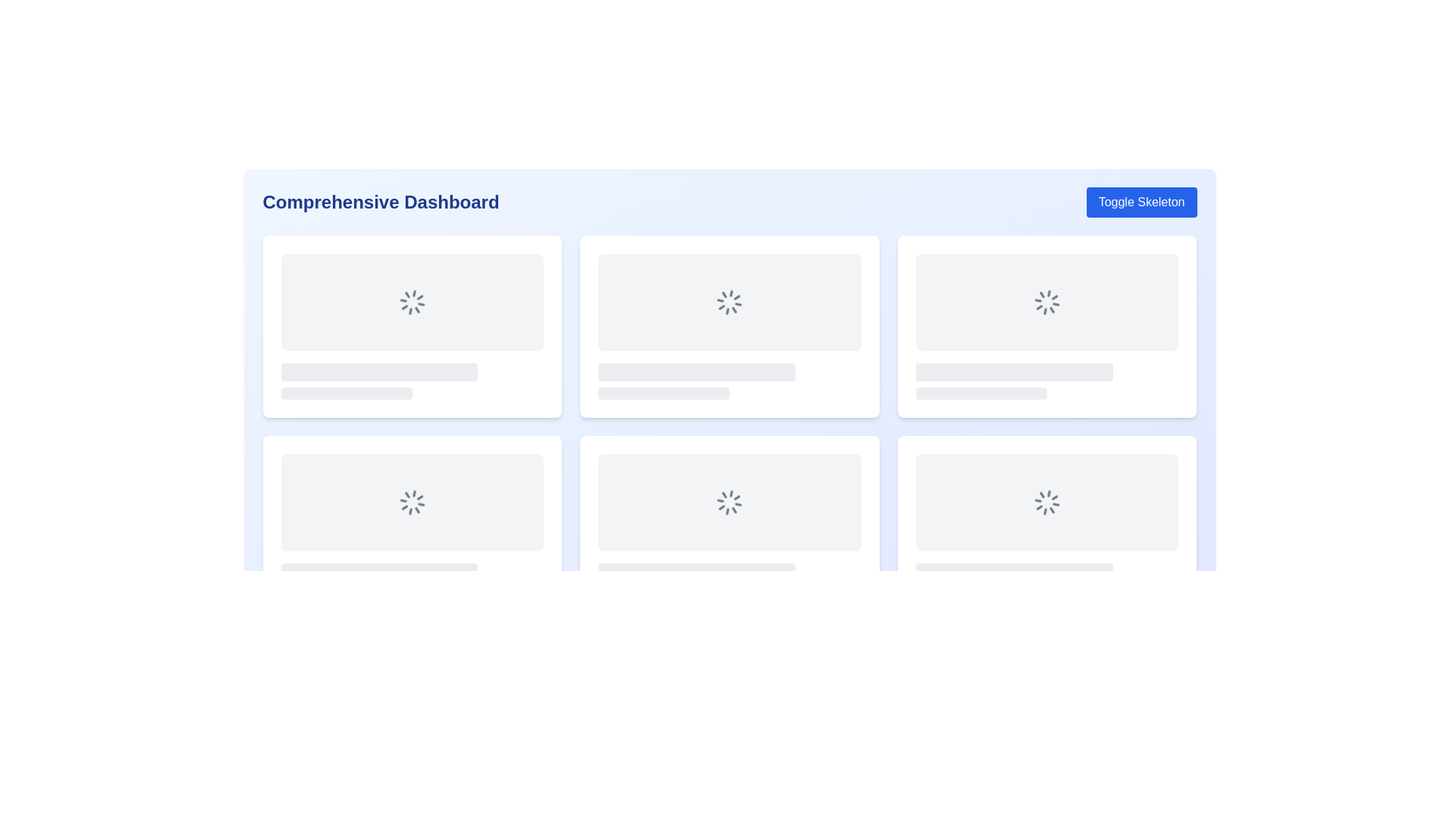 The width and height of the screenshot is (1456, 819). I want to click on the Loading placeholder, which is a short rectangular element with a light gray background and rounded corners, positioned below a taller placeholder and exhibiting a pulse animation effect, so click(345, 393).